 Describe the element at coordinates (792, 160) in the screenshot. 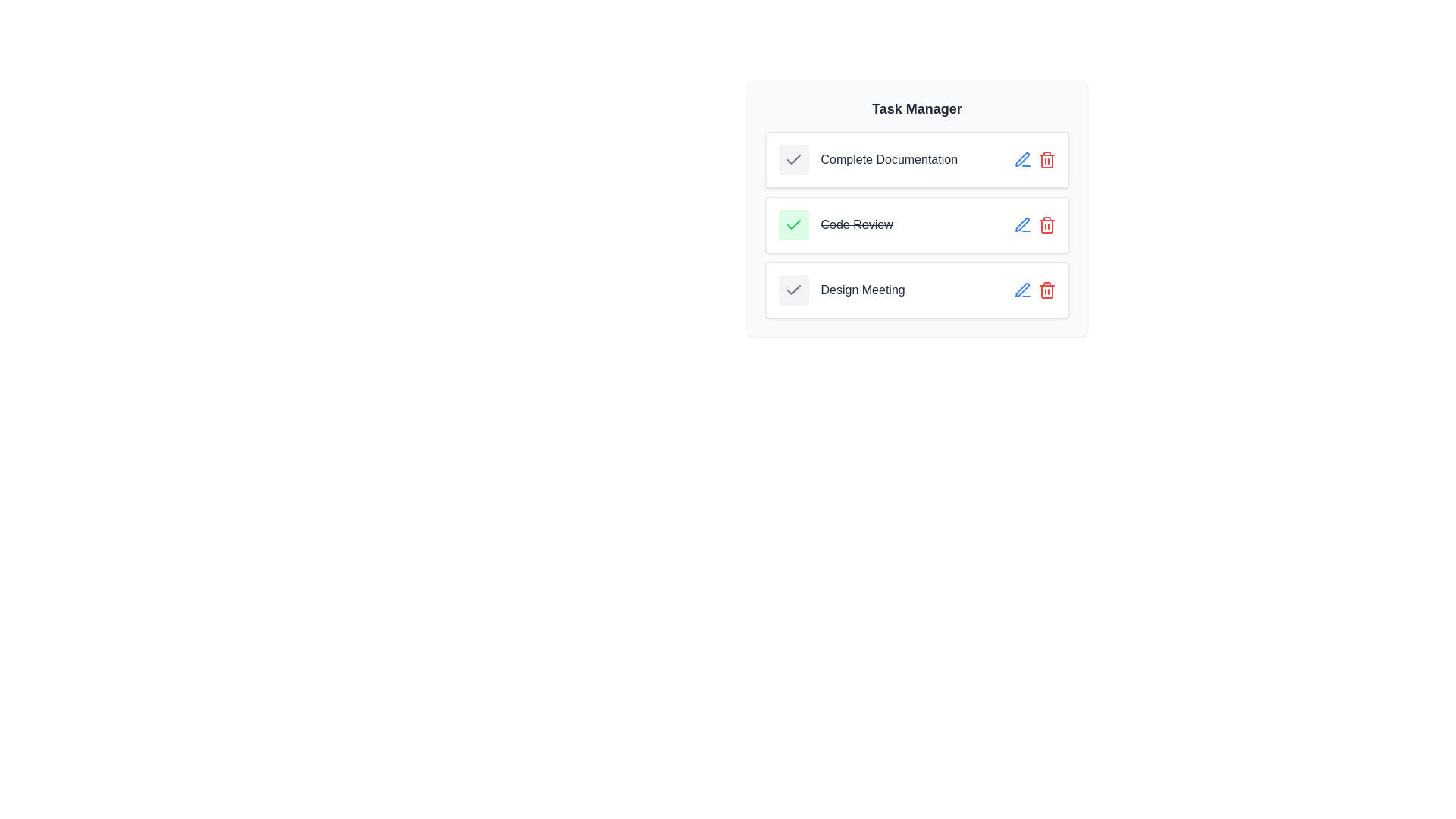

I see `the green checkmark icon located to the left of the task titled 'Code Review', which is the second checkmark in the task list` at that location.